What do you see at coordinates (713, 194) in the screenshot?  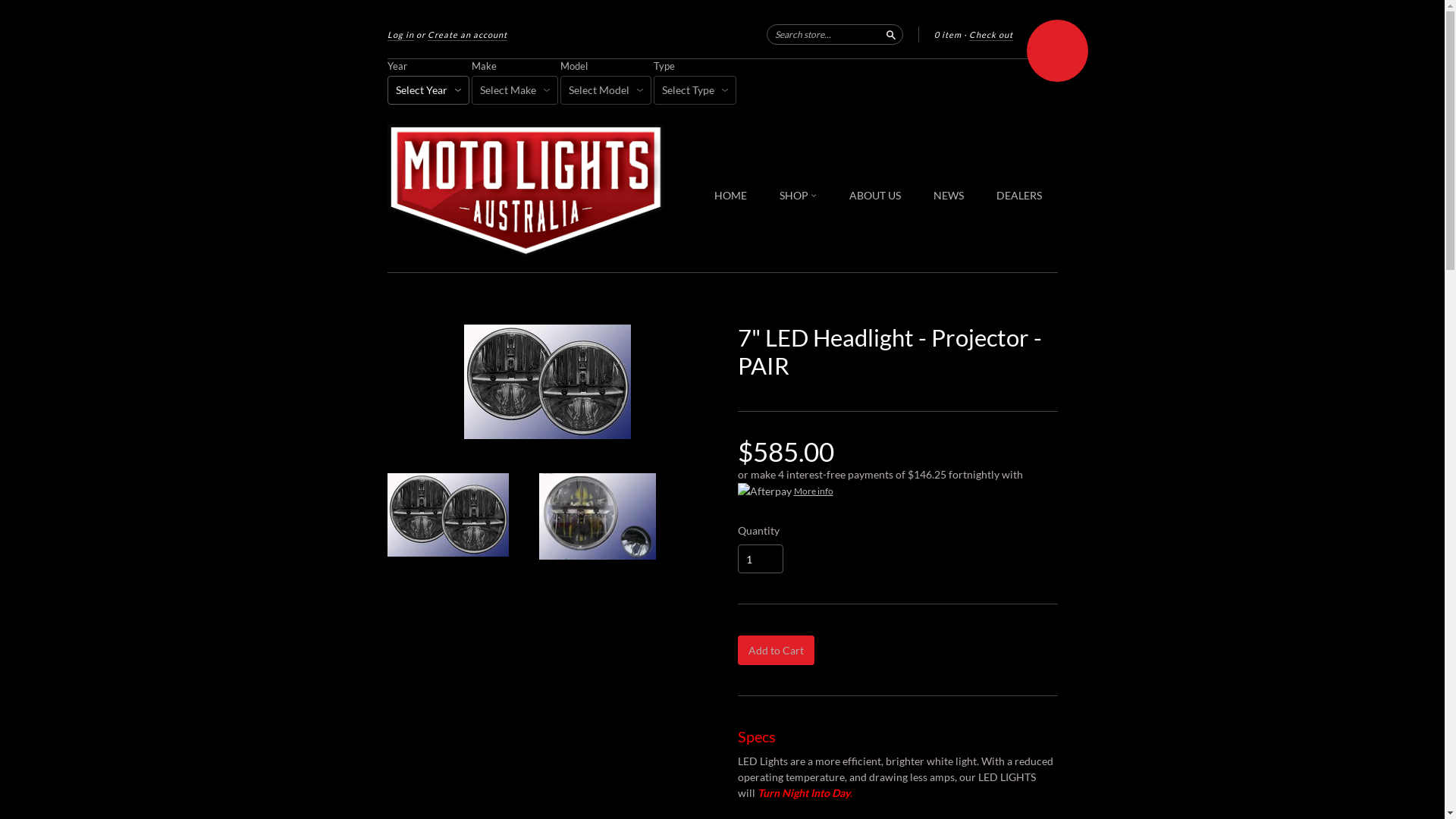 I see `'HOME'` at bounding box center [713, 194].